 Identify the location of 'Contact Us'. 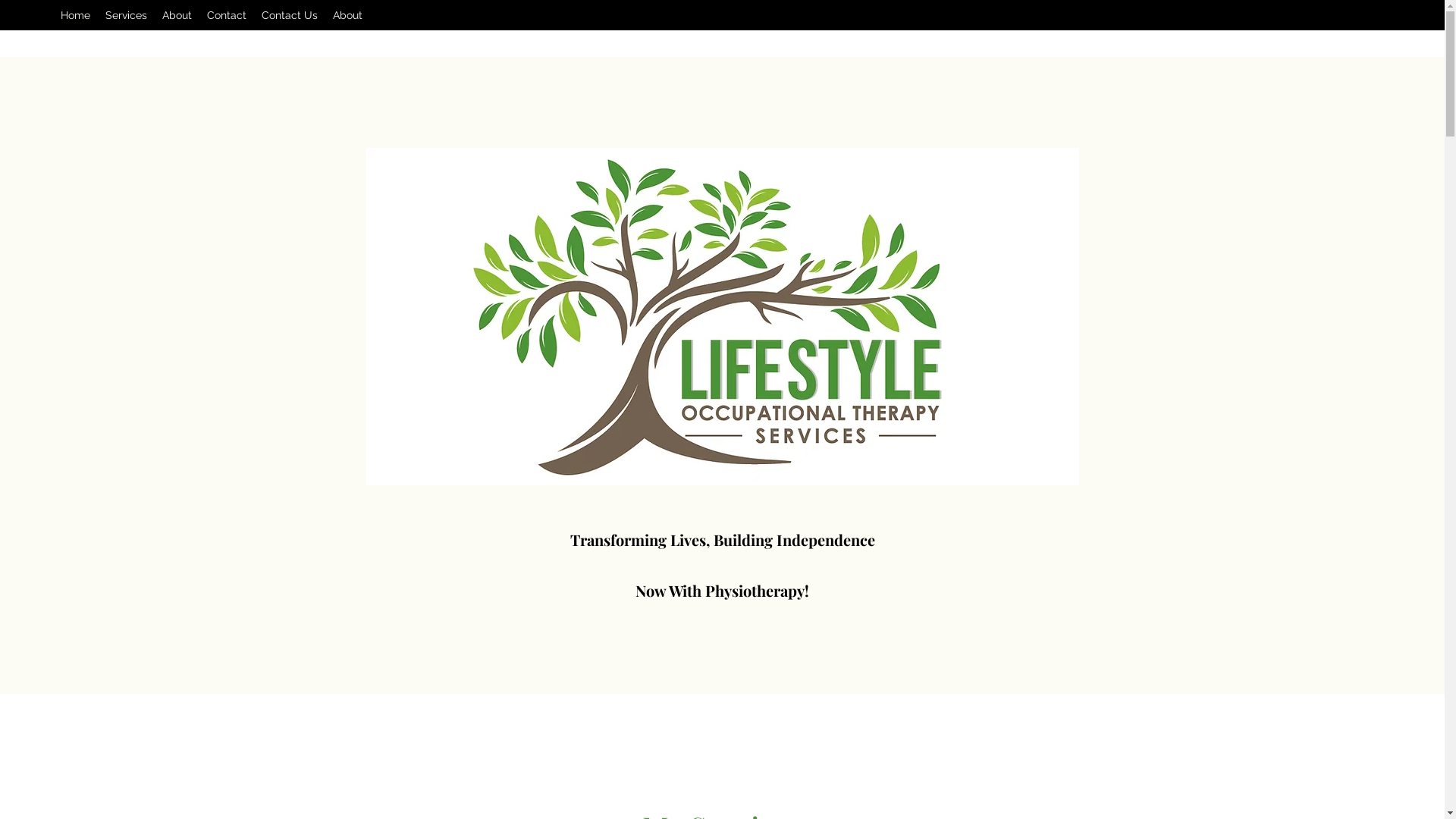
(254, 14).